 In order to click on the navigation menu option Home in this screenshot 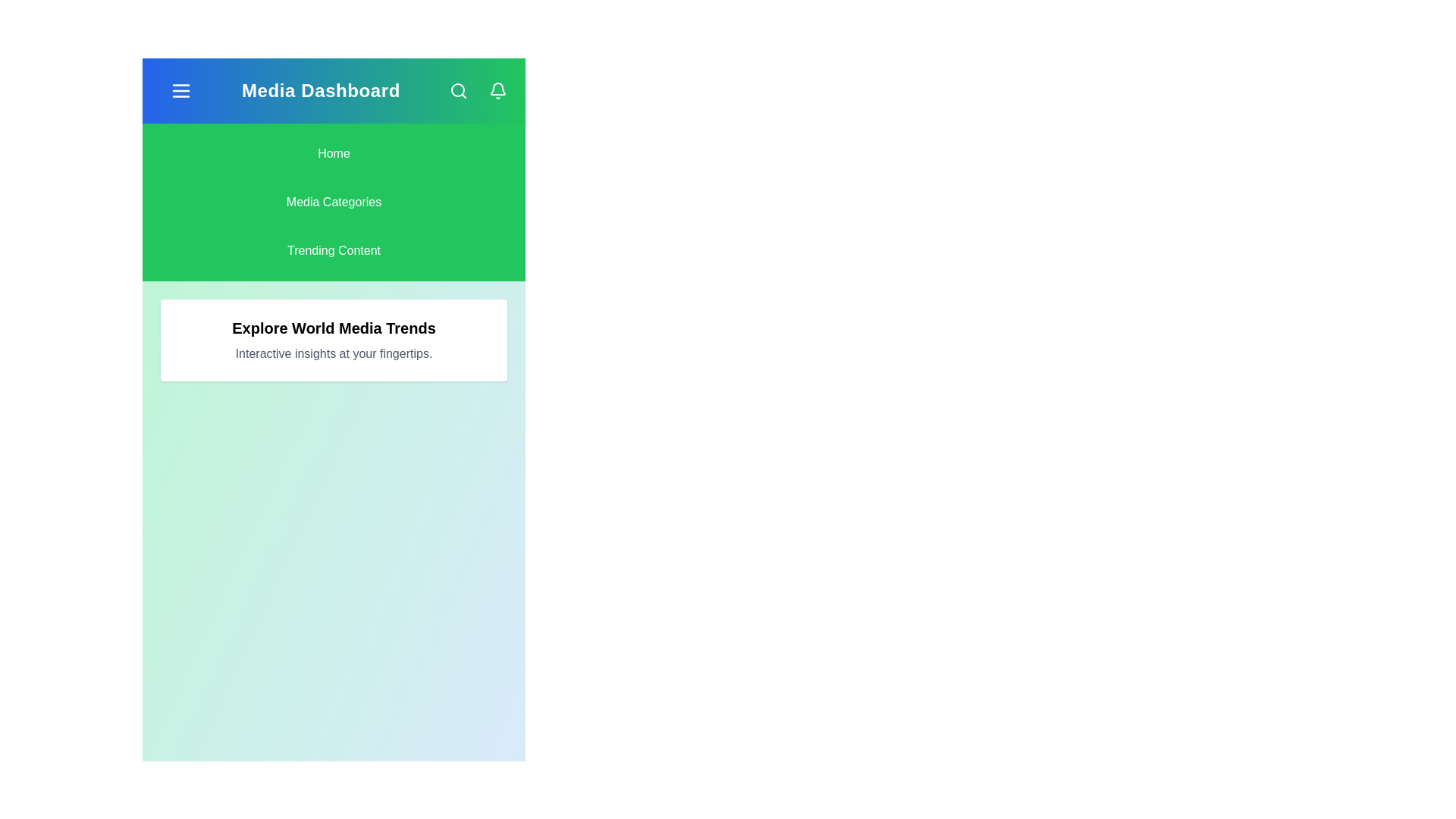, I will do `click(333, 154)`.